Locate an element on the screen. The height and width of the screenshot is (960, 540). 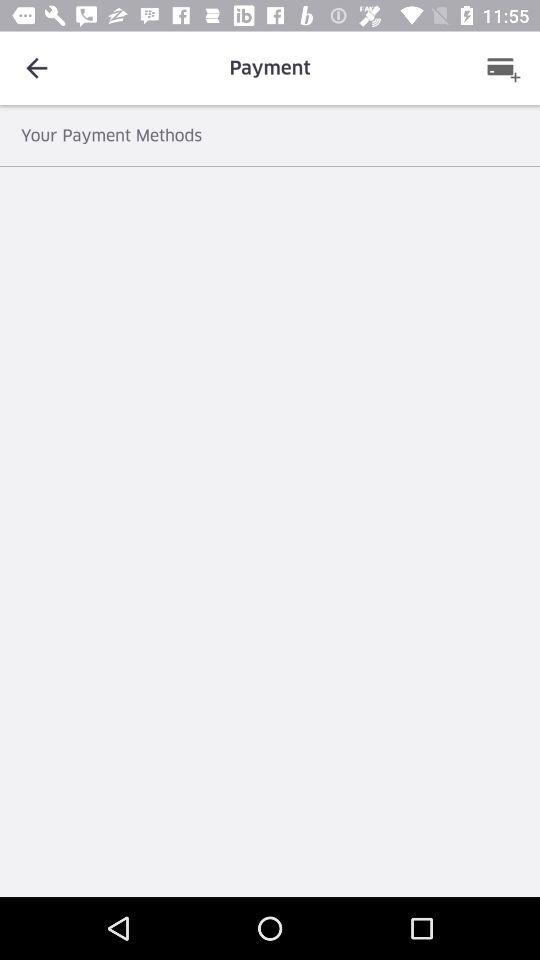
the item at the top left corner is located at coordinates (36, 68).